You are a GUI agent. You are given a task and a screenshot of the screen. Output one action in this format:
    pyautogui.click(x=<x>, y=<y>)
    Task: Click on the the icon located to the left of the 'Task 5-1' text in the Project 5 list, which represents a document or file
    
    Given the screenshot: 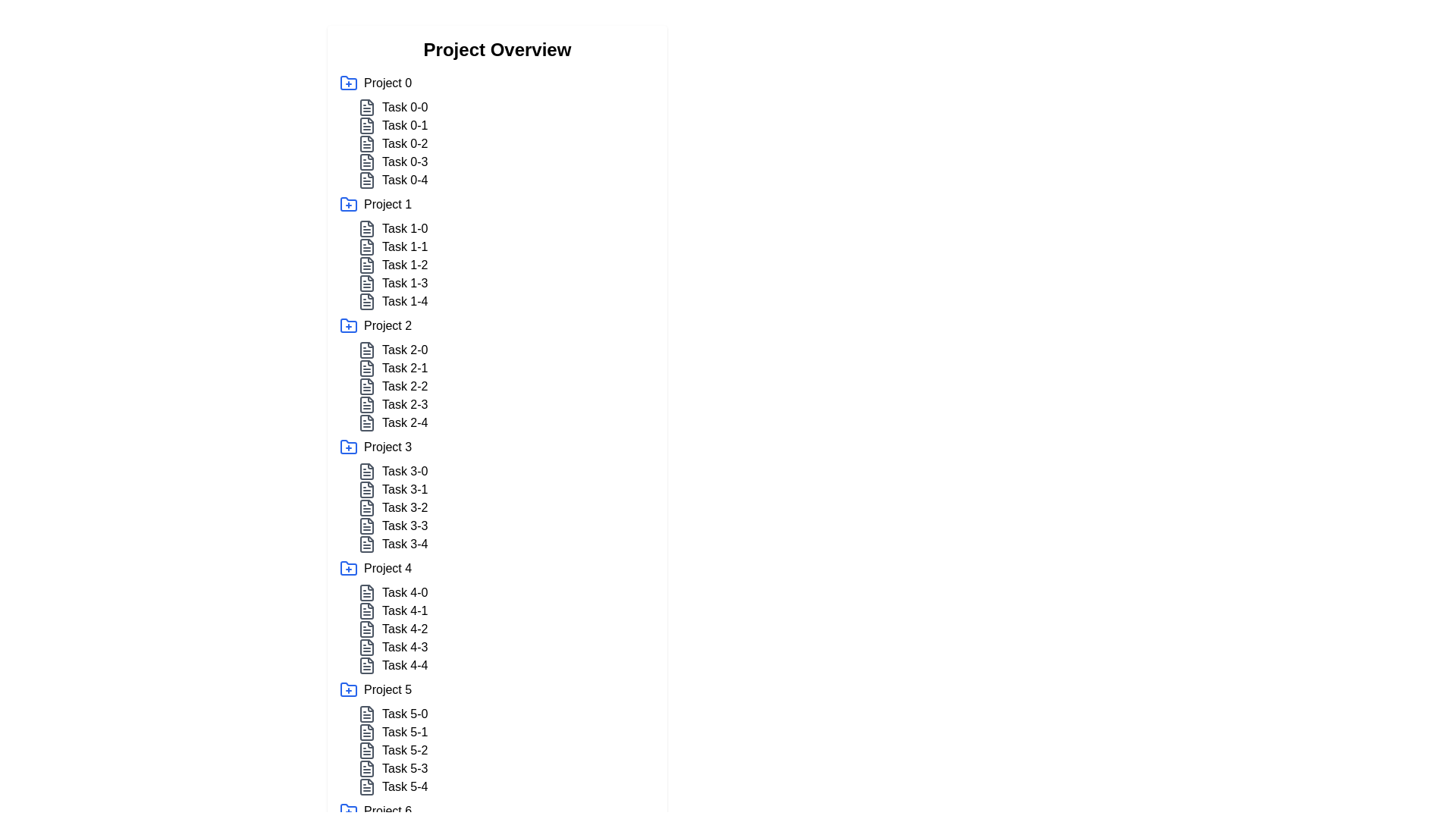 What is the action you would take?
    pyautogui.click(x=367, y=731)
    